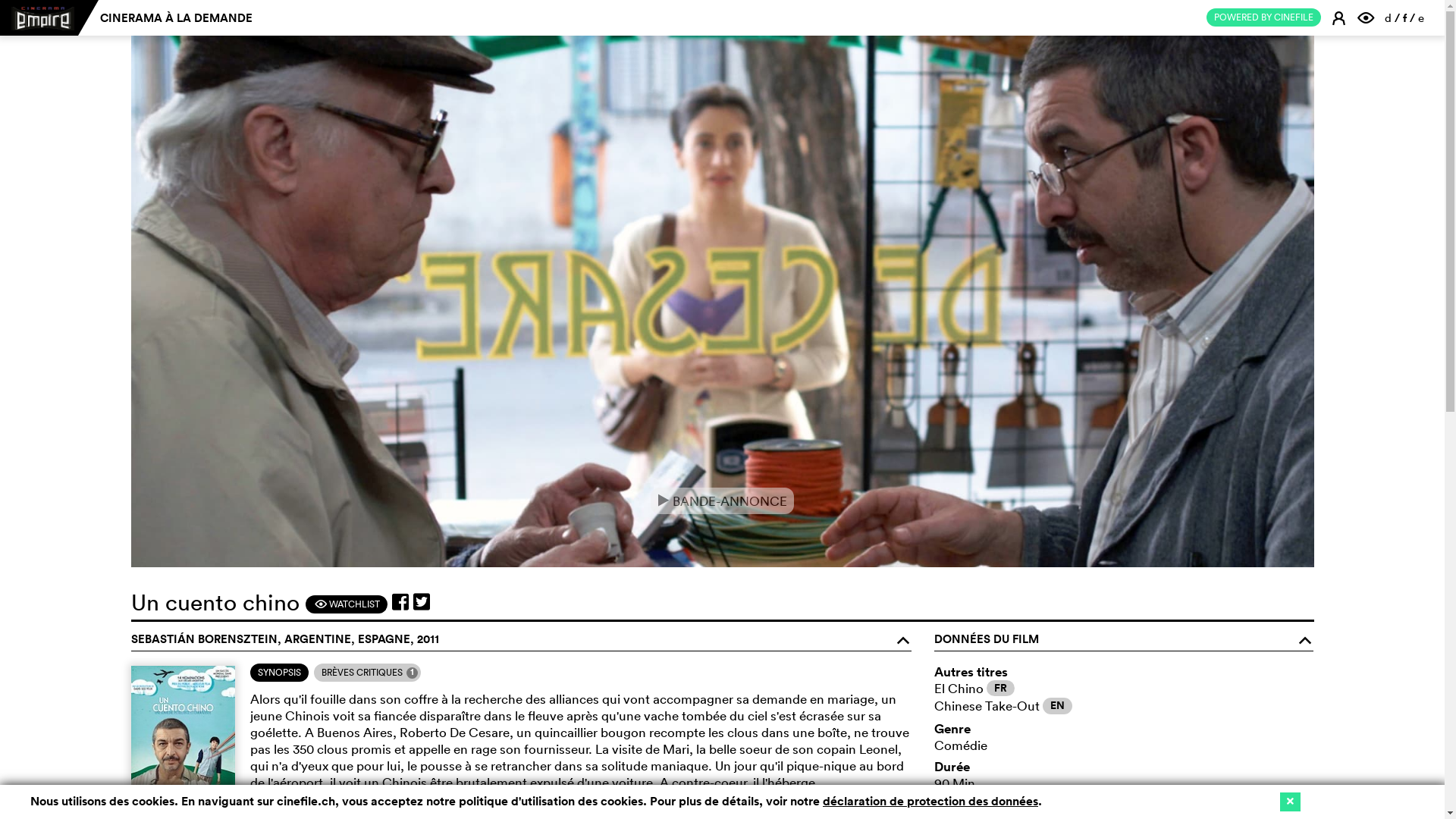  I want to click on 'Partager sur twitter', so click(421, 601).